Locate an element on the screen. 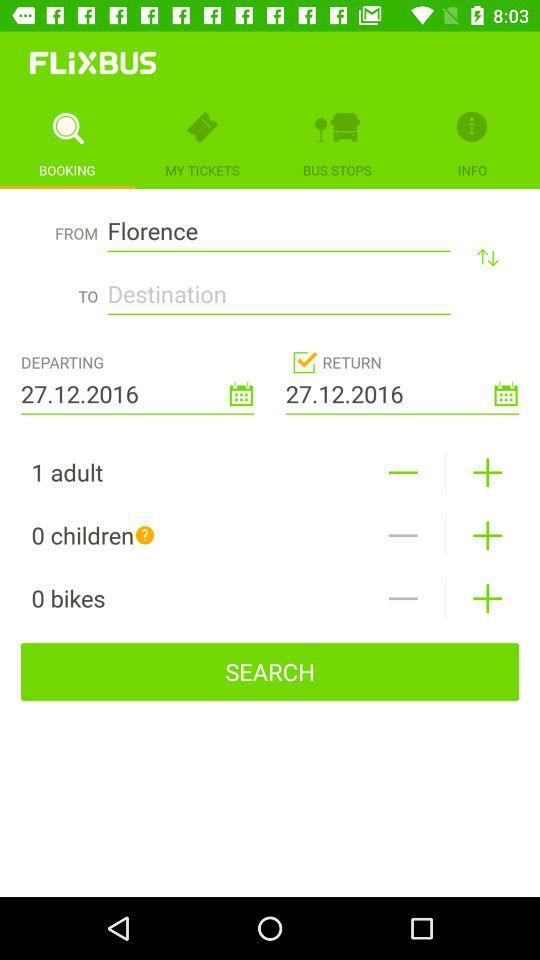  the add icon is located at coordinates (486, 472).